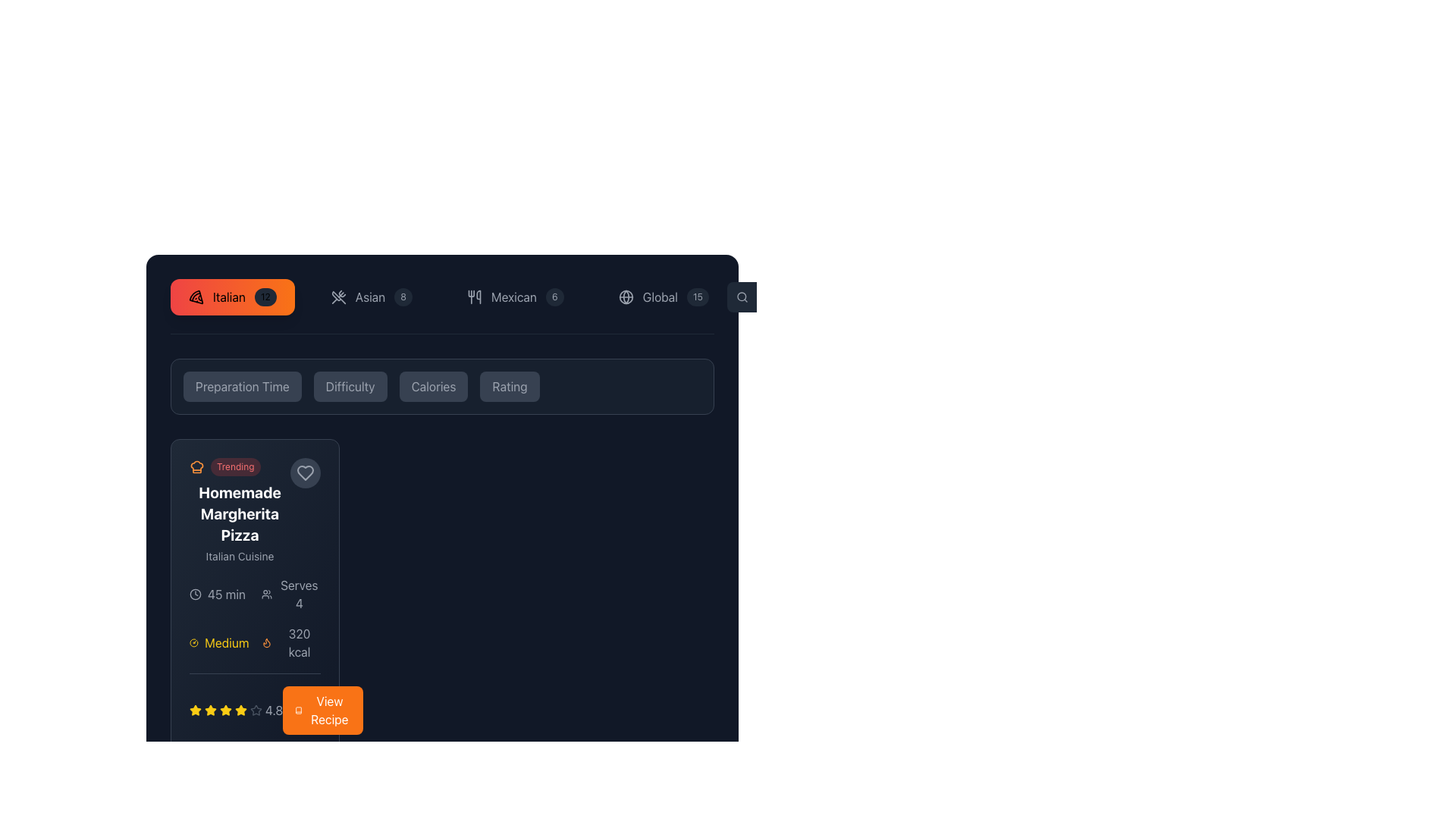  I want to click on the non-interactive badge indicating the count associated with the 'Italian' category, located to the right of the 'Italian' text in a rounded rectangular button, so click(265, 297).